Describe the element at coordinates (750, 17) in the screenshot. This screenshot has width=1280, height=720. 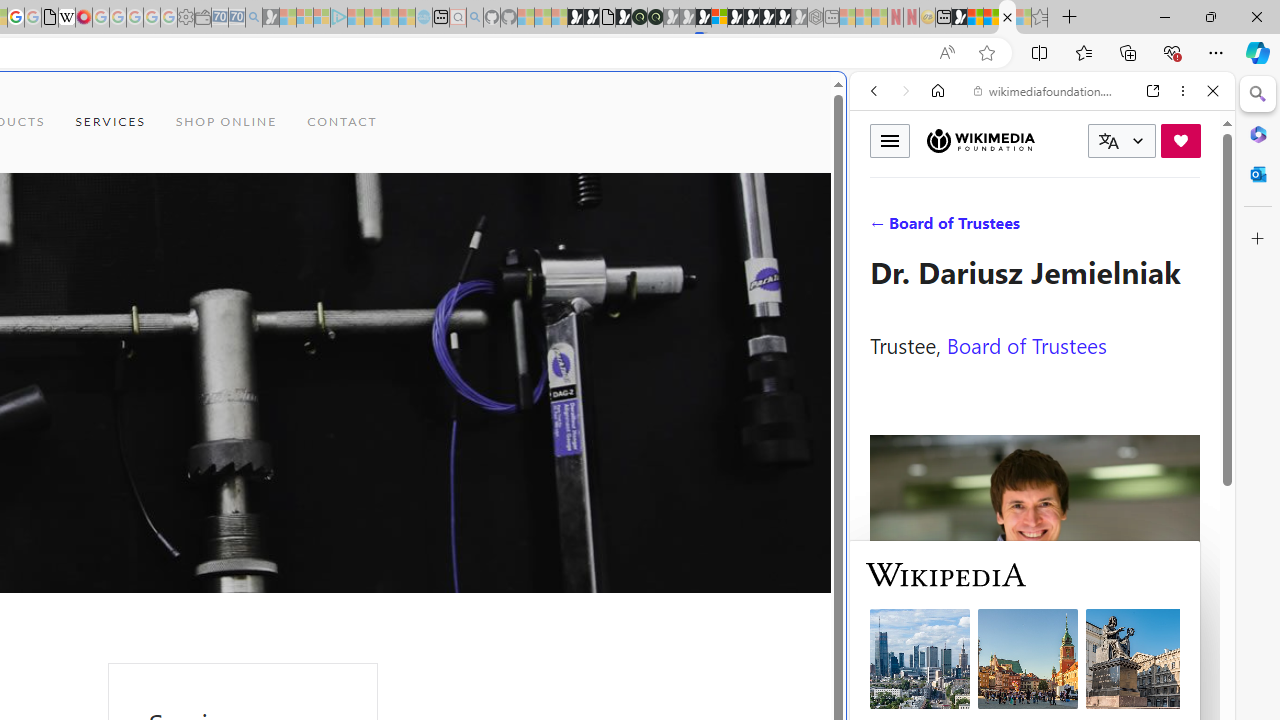
I see `'Play Free Online Games | Games from Microsoft Start'` at that location.